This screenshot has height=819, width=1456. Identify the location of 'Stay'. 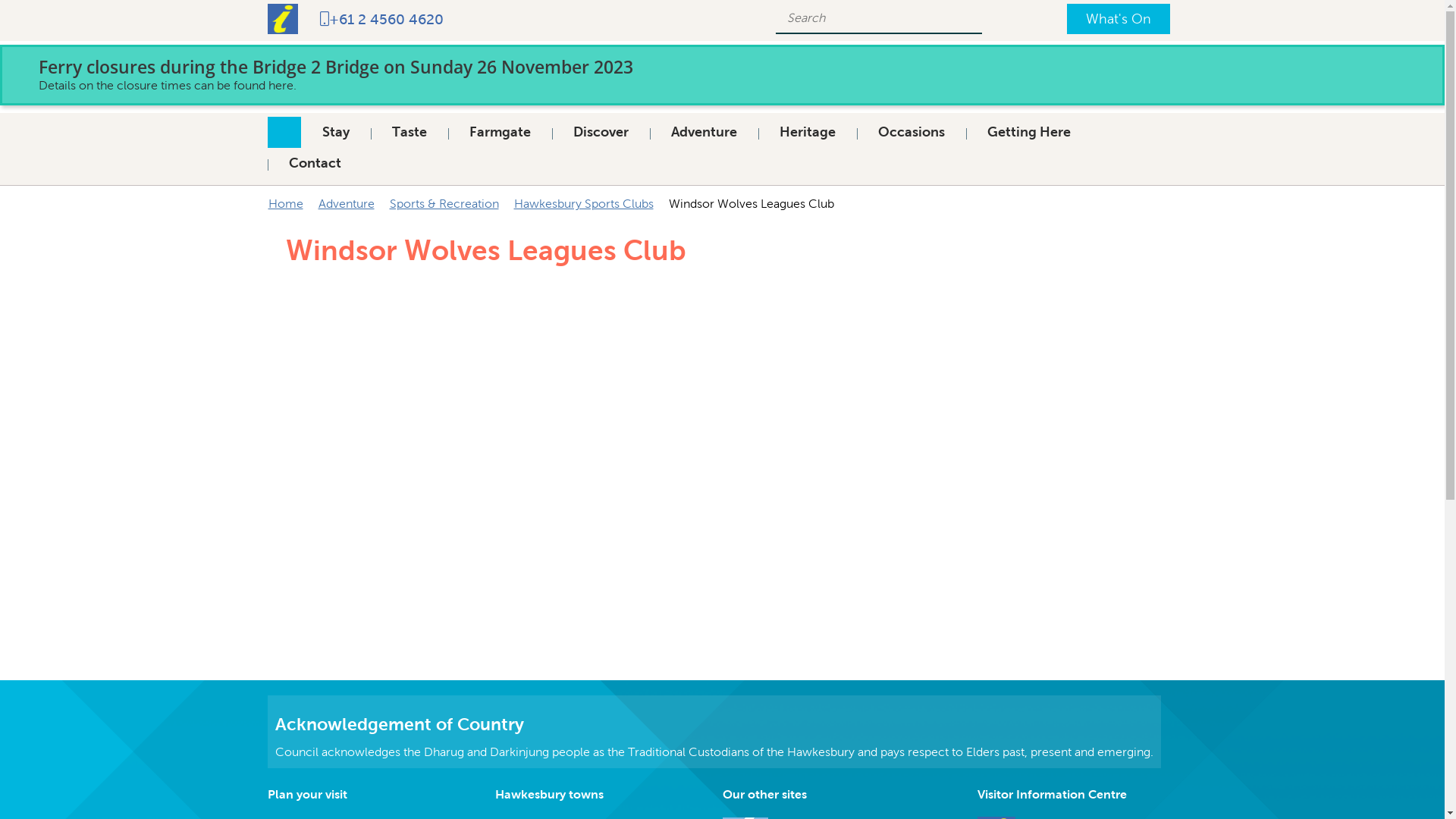
(334, 131).